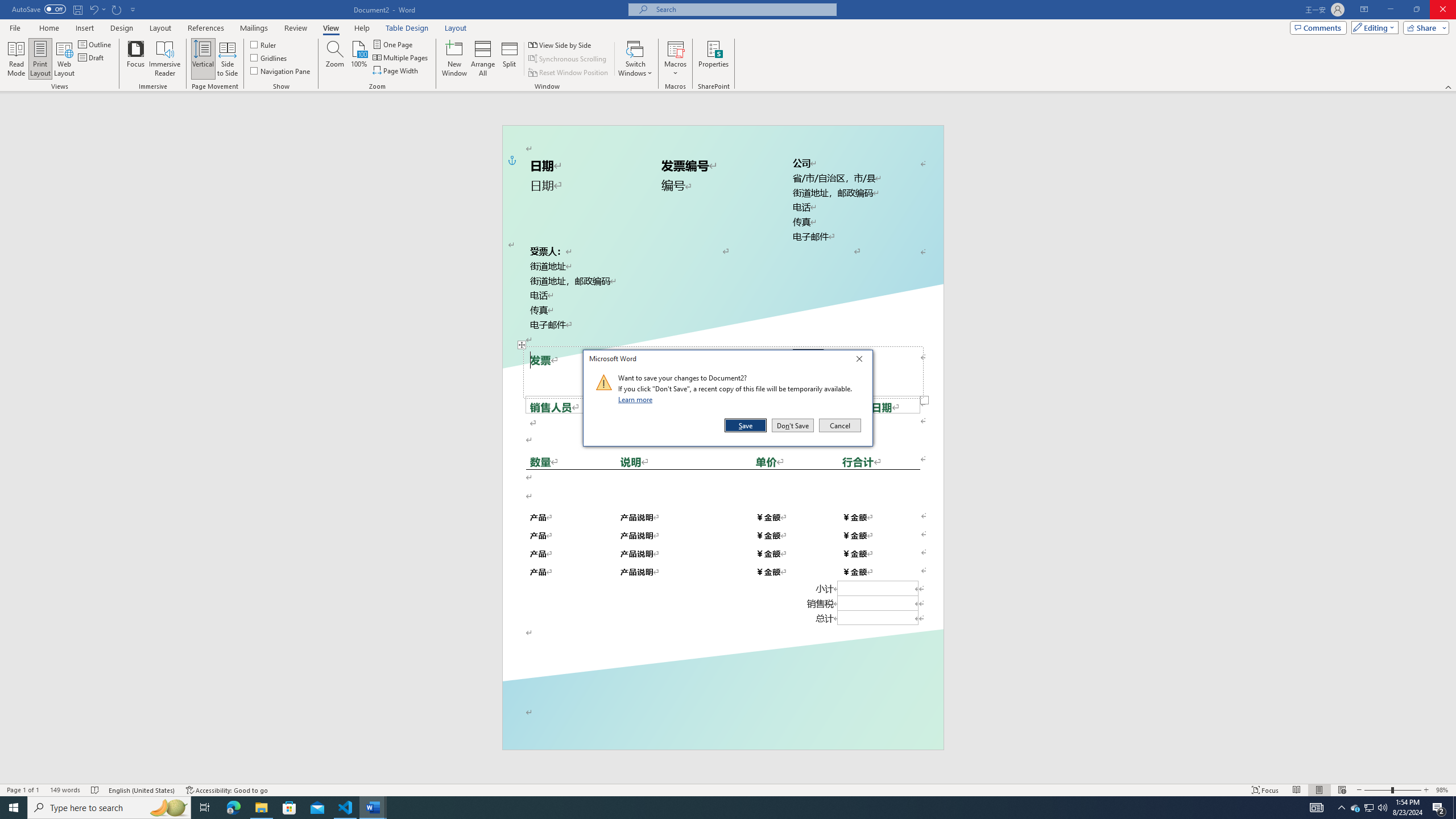  Describe the element at coordinates (675, 48) in the screenshot. I see `'View Macros'` at that location.